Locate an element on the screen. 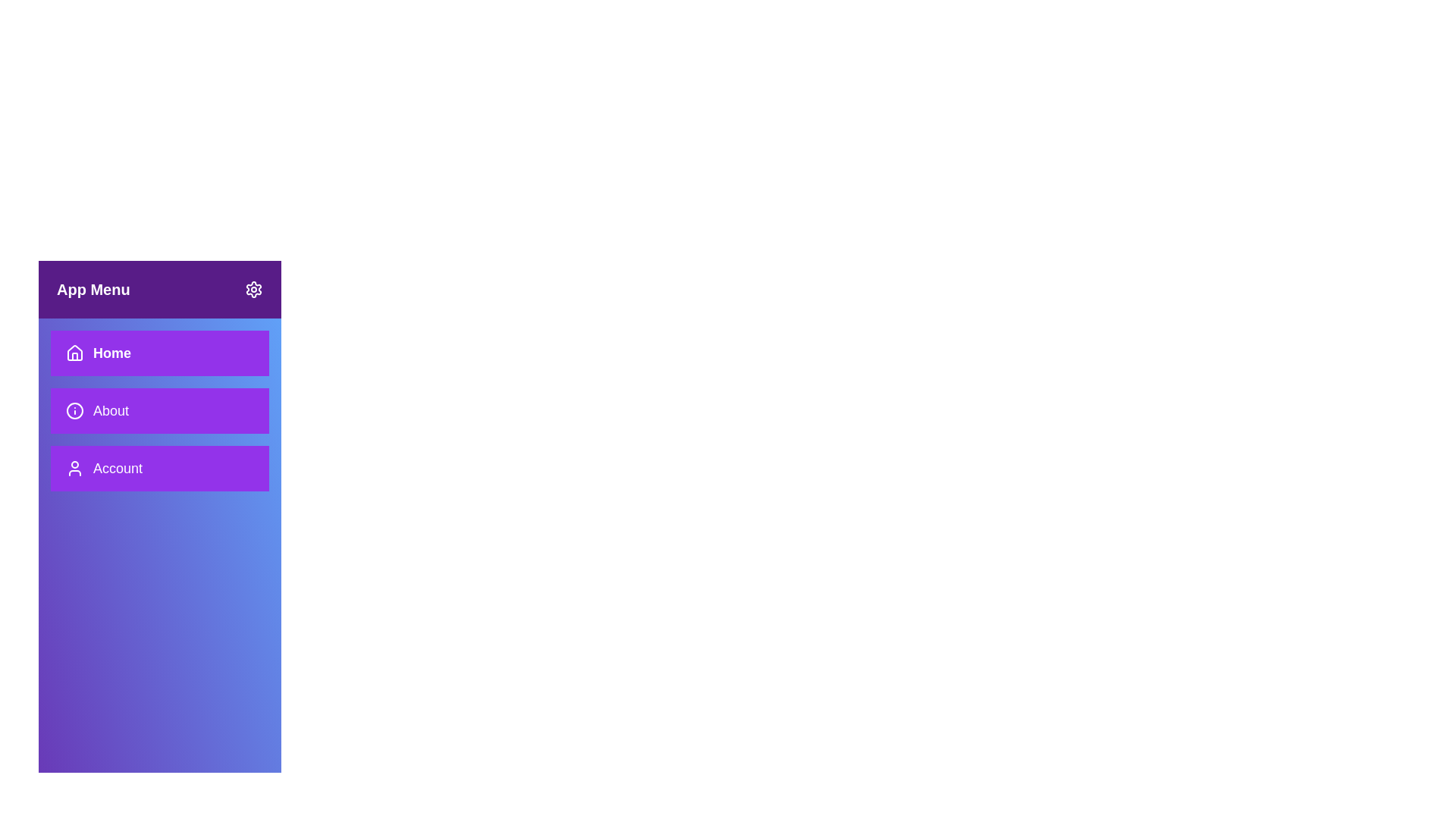 This screenshot has height=819, width=1456. the settings icon in the sidebar is located at coordinates (254, 289).